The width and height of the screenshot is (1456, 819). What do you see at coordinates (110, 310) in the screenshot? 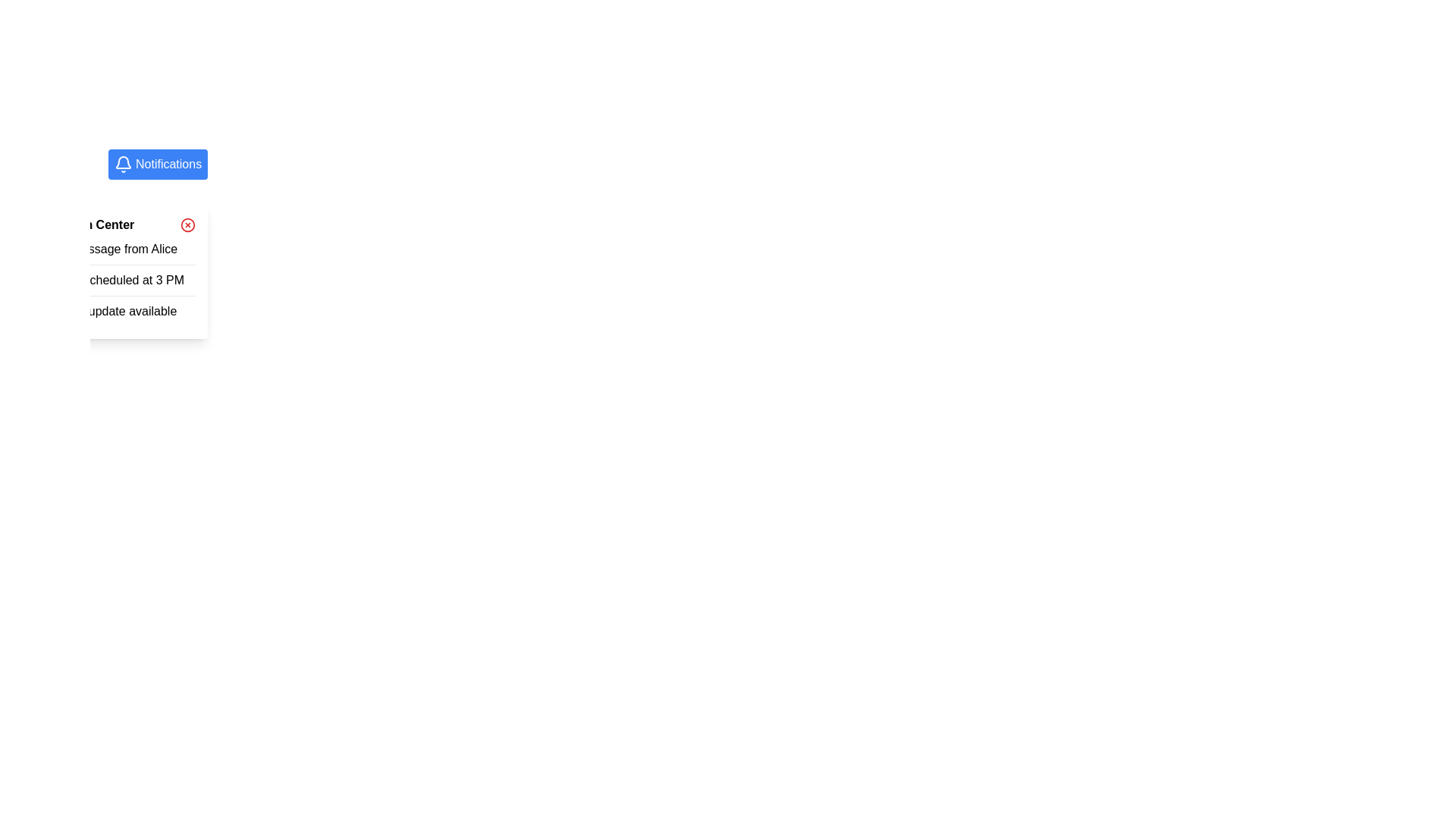
I see `the text label that states 'System update available', which is the last item in a vertical list of notifications within the dropdown` at bounding box center [110, 310].